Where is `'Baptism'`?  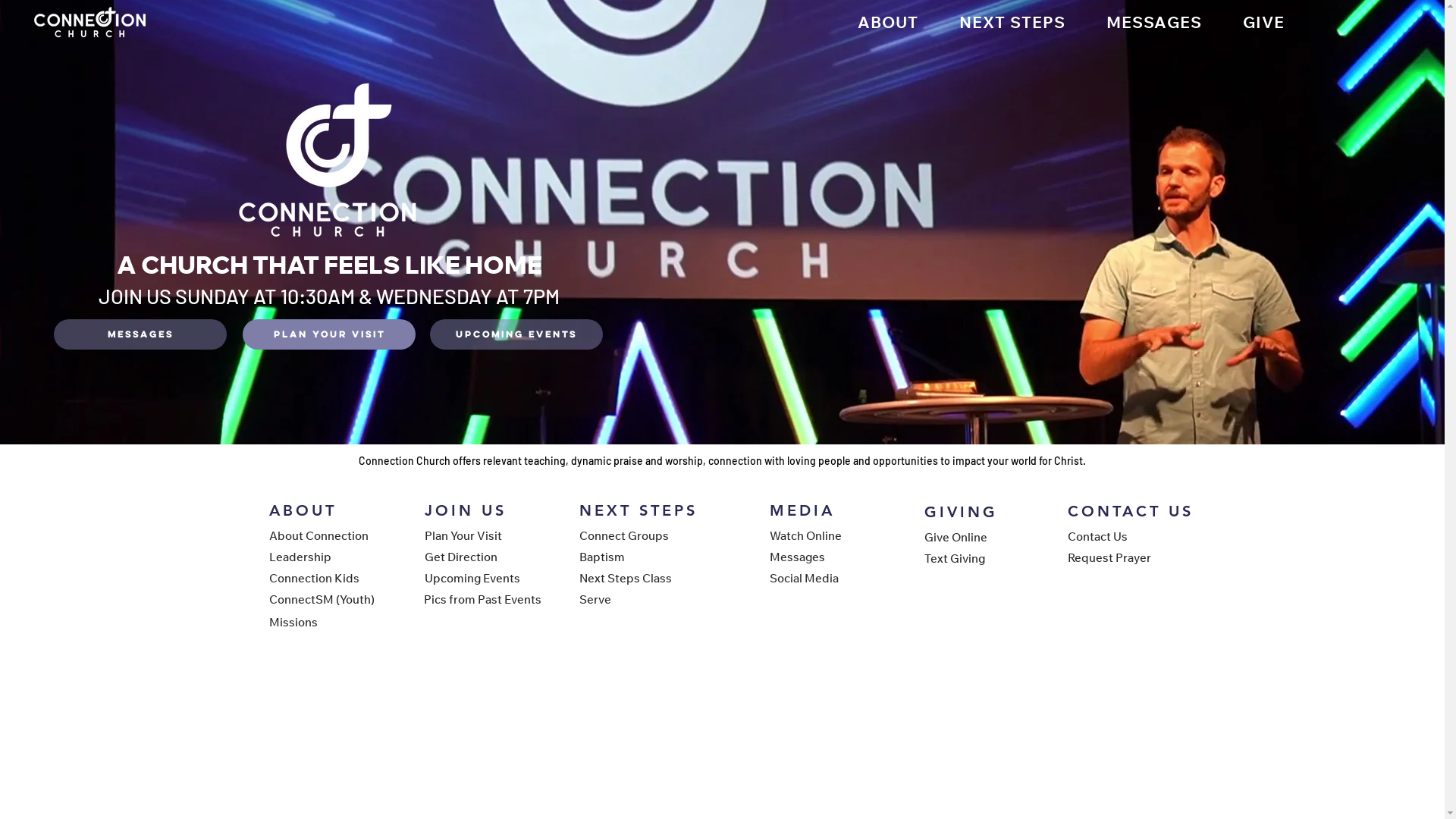
'Baptism' is located at coordinates (633, 556).